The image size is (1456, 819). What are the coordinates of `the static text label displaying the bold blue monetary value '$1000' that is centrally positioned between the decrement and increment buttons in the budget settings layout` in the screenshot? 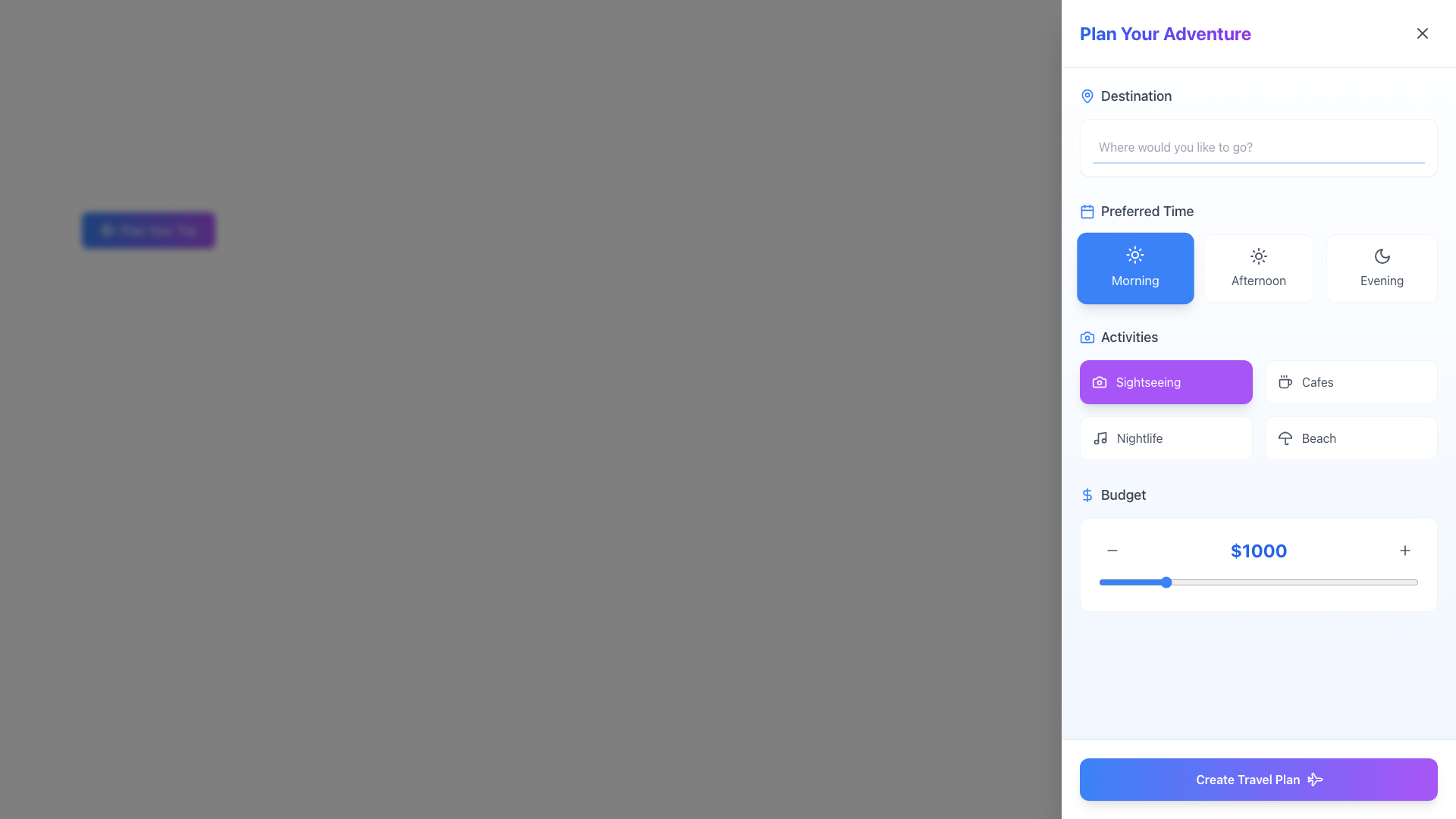 It's located at (1259, 550).